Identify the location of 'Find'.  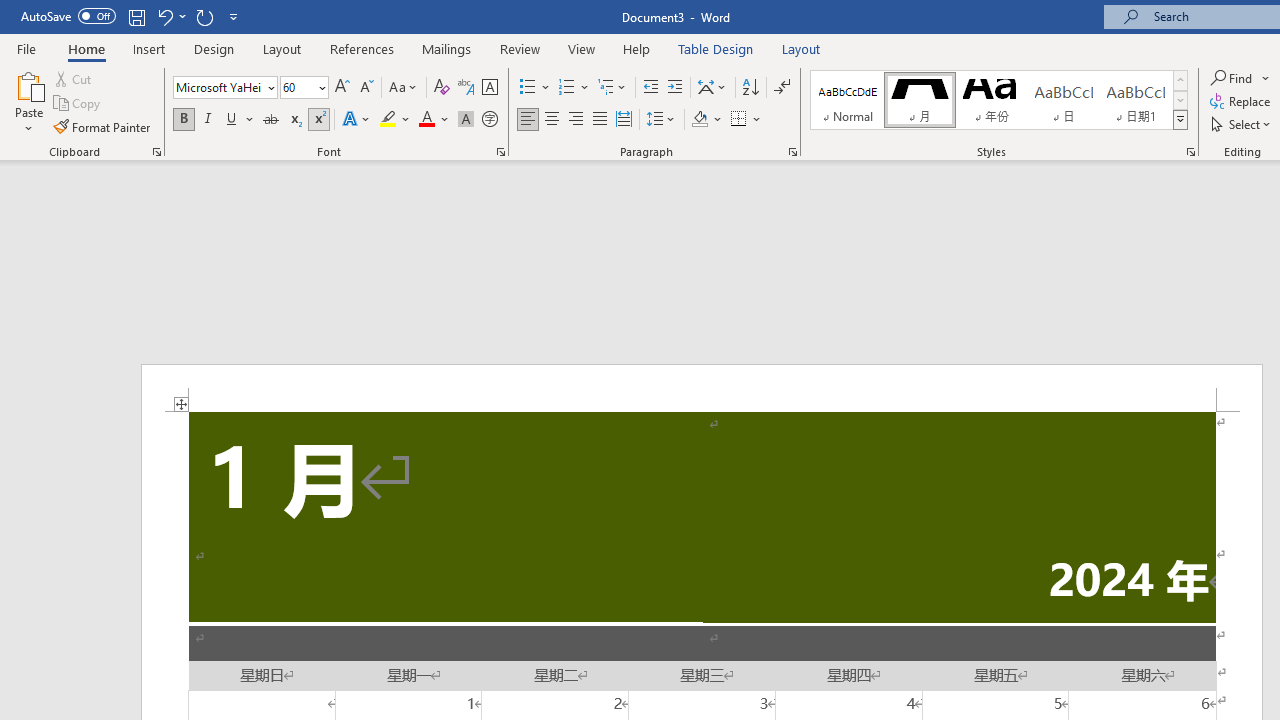
(1232, 77).